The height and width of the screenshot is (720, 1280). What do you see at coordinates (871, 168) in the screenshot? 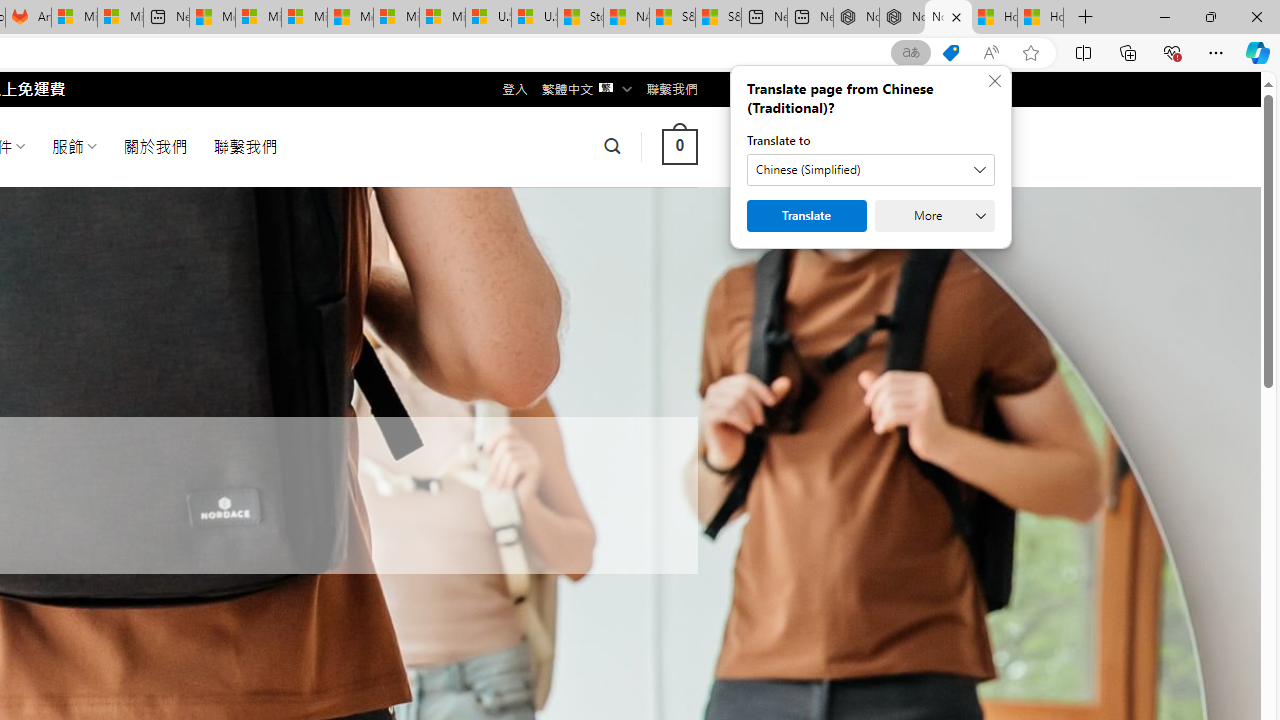
I see `'Translate to'` at bounding box center [871, 168].